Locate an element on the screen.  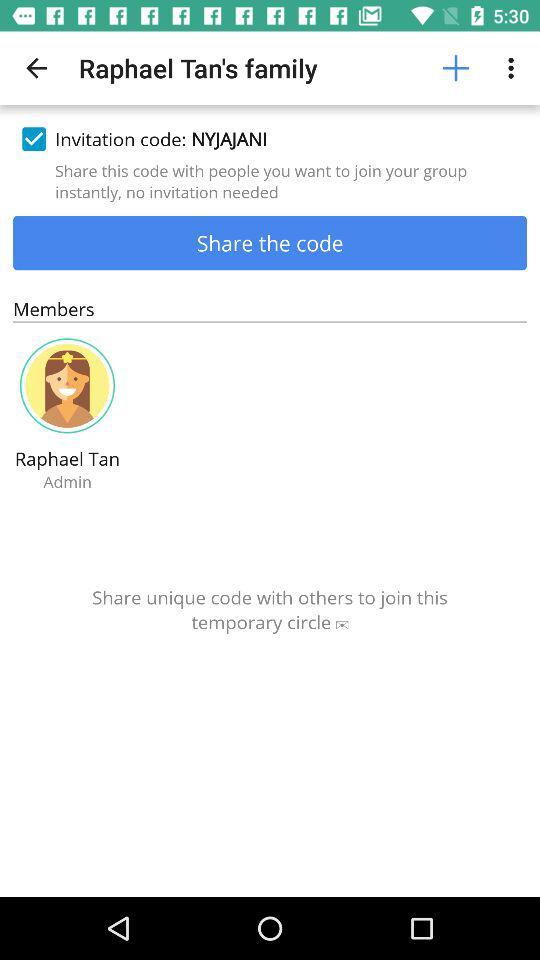
the icon above invitation code: nyjajani icon is located at coordinates (36, 68).